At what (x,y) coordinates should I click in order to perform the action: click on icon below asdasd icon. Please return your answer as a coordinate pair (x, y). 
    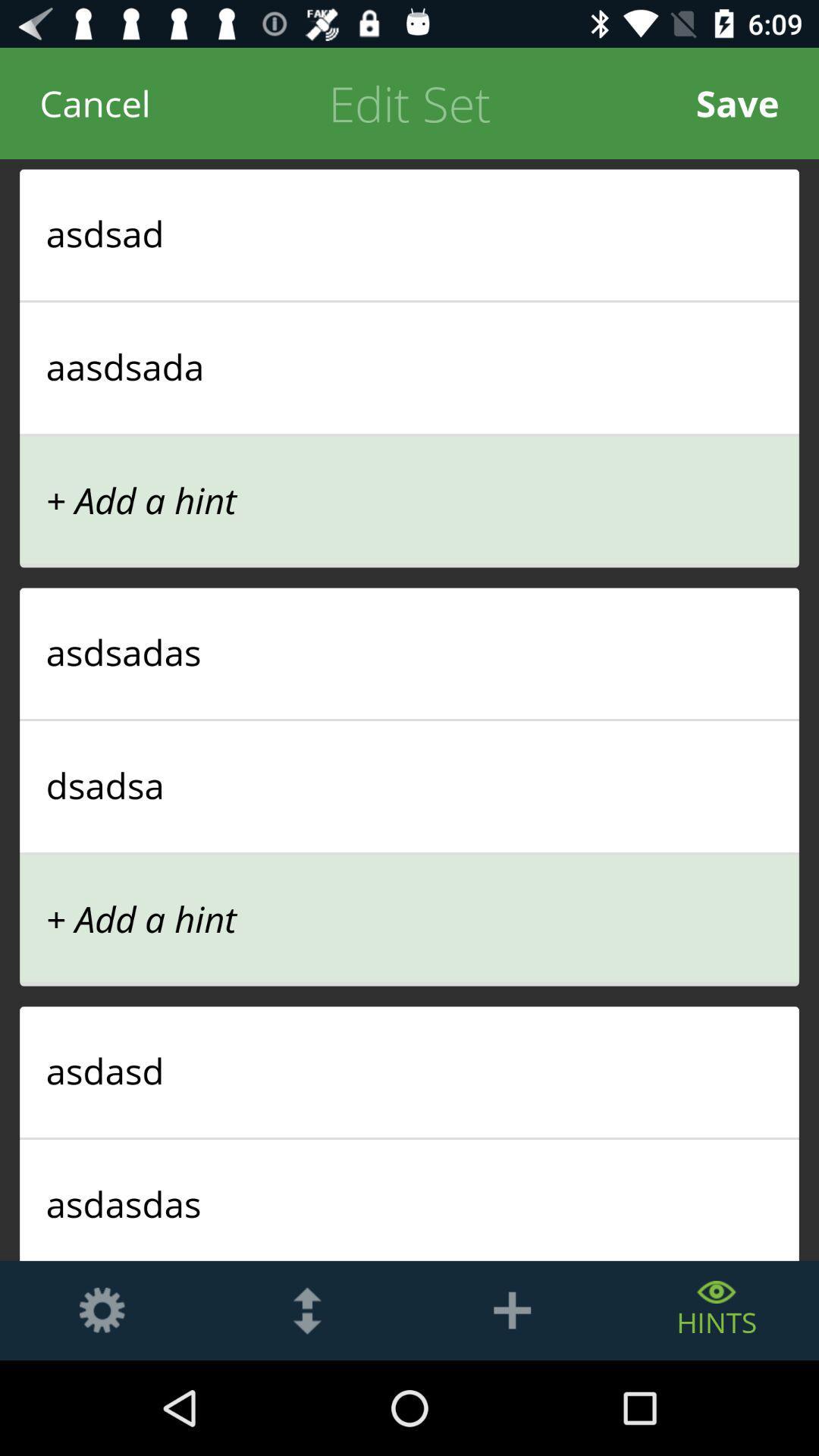
    Looking at the image, I should click on (409, 1138).